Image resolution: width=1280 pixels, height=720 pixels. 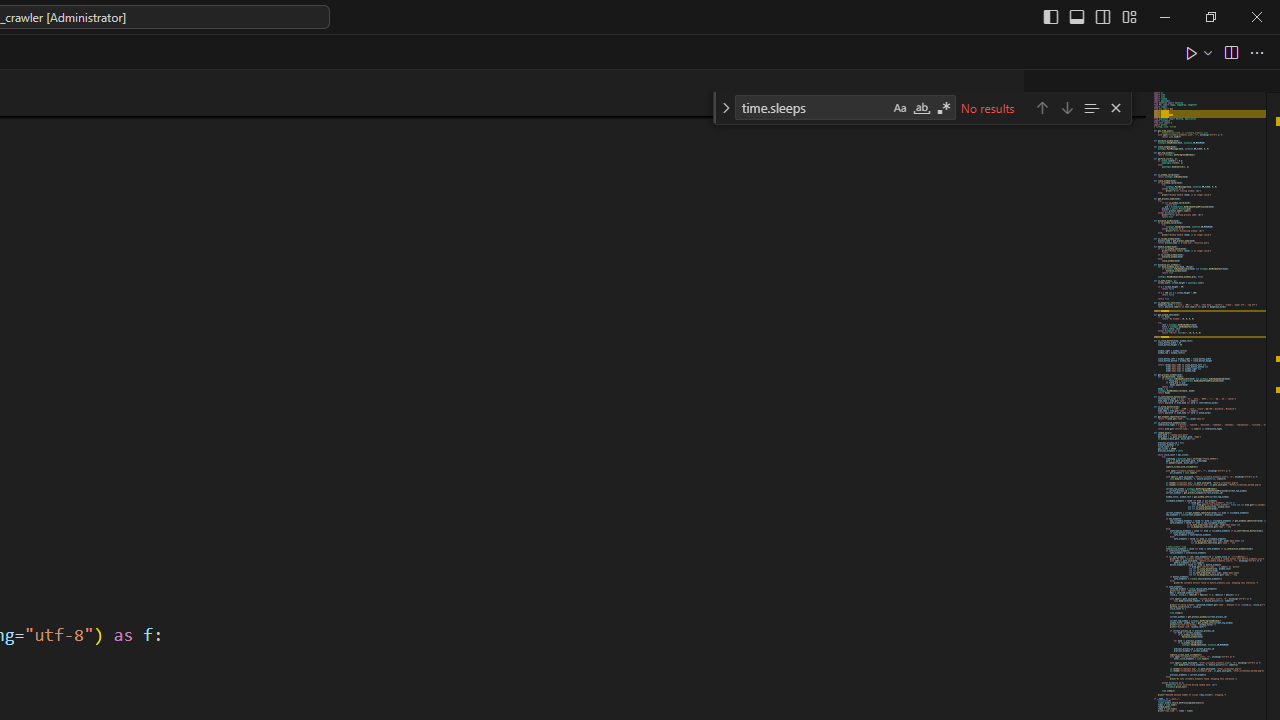 What do you see at coordinates (1229, 51) in the screenshot?
I see `'Split Editor Right (Ctrl+\) [Alt] Split Editor Down'` at bounding box center [1229, 51].